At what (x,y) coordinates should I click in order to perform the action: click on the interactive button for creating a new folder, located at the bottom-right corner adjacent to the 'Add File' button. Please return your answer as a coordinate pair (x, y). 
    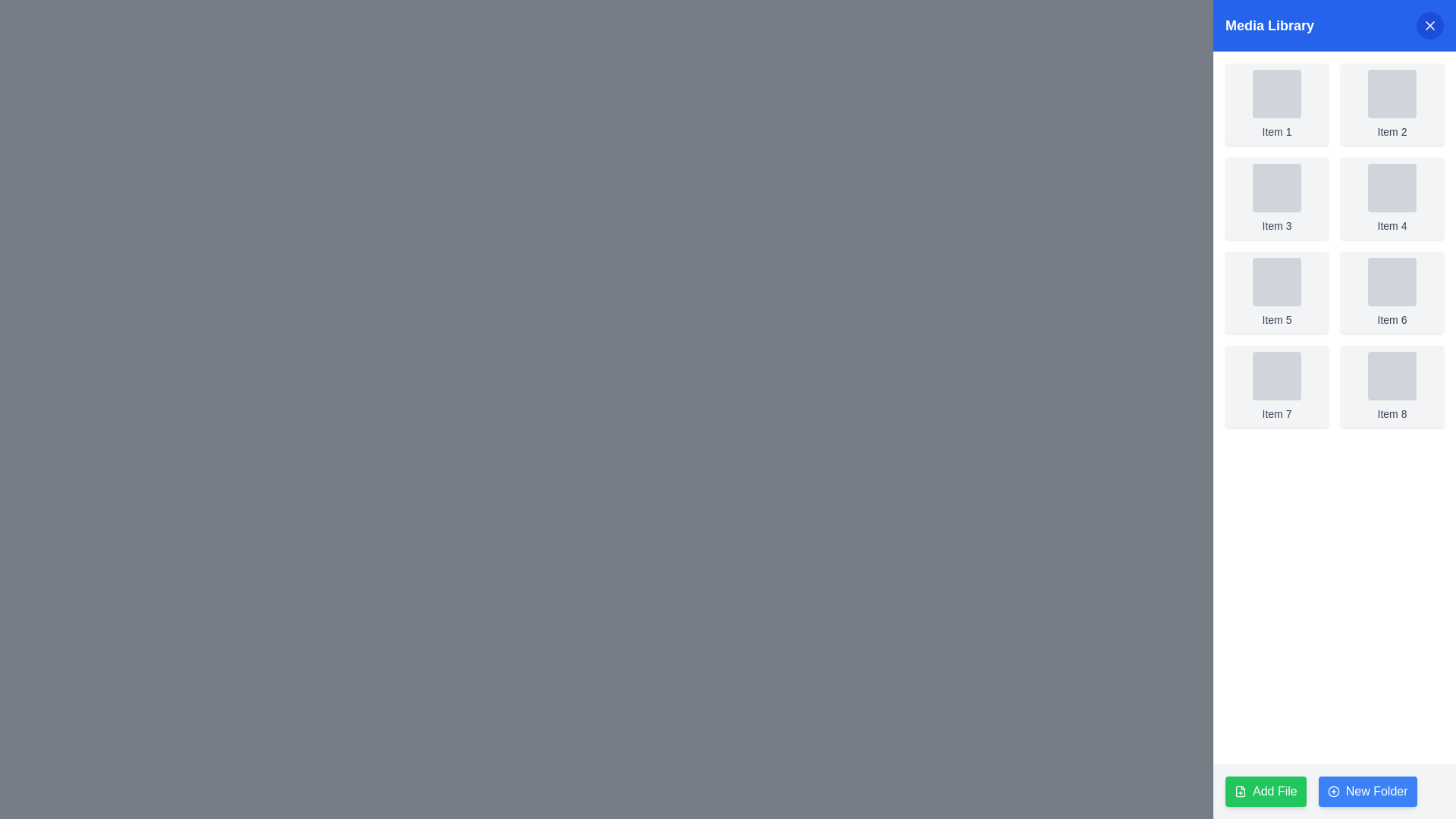
    Looking at the image, I should click on (1367, 791).